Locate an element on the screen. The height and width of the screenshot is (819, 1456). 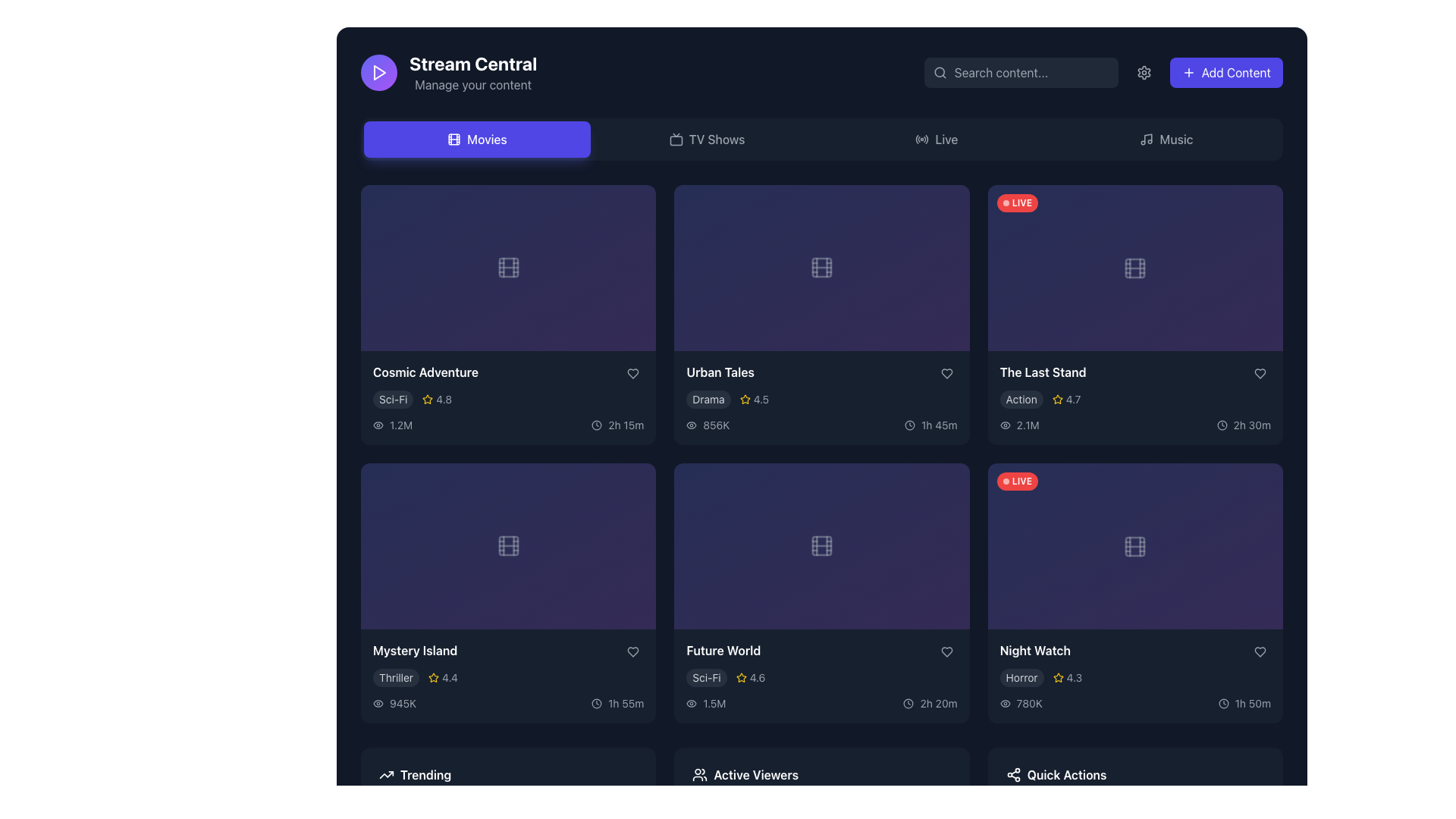
the icon representing movies or films, centered within the 'Future World' card located in the middle row and second column of the grid layout is located at coordinates (821, 546).